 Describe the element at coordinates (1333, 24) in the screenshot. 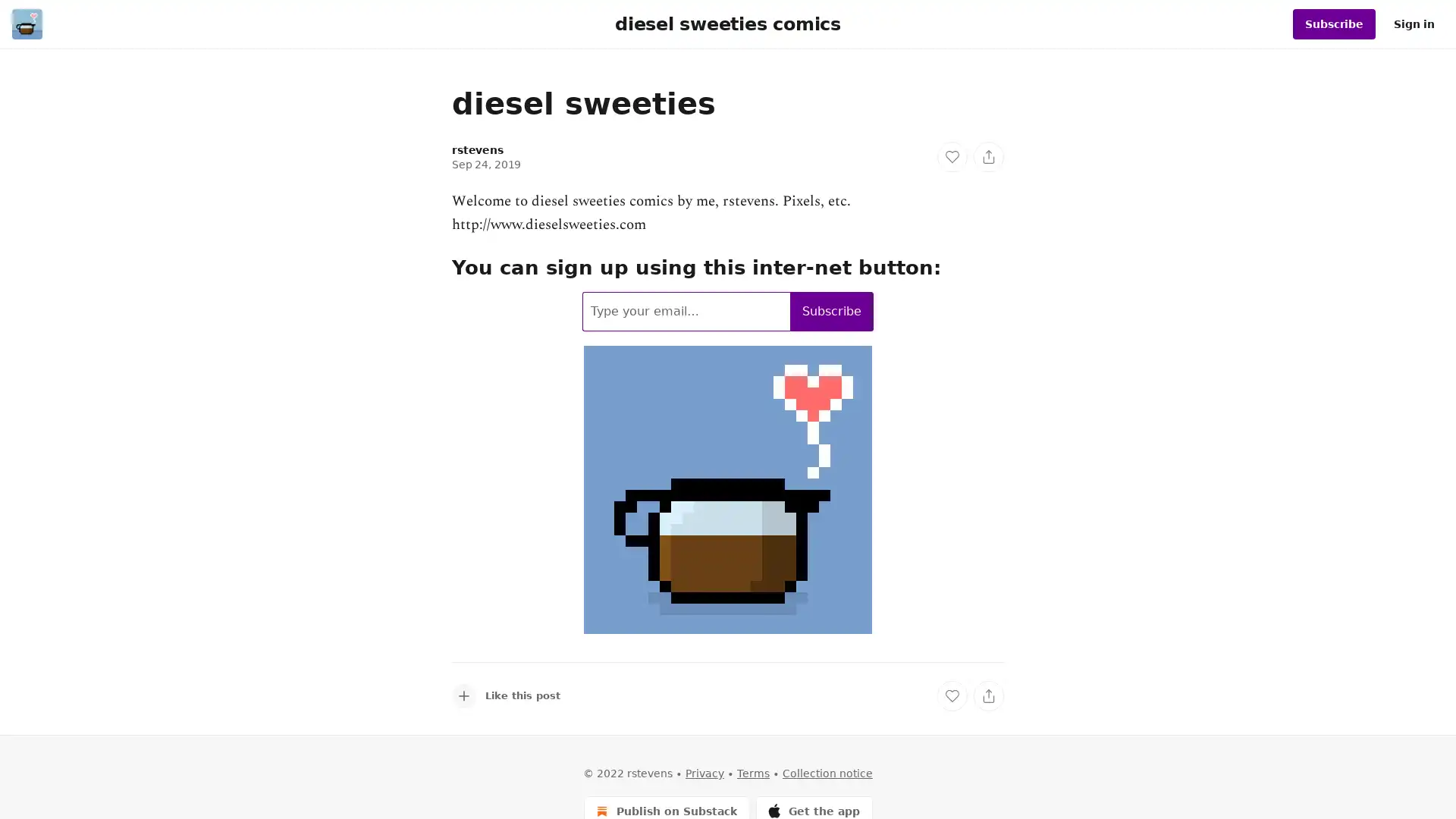

I see `Subscribe` at that location.